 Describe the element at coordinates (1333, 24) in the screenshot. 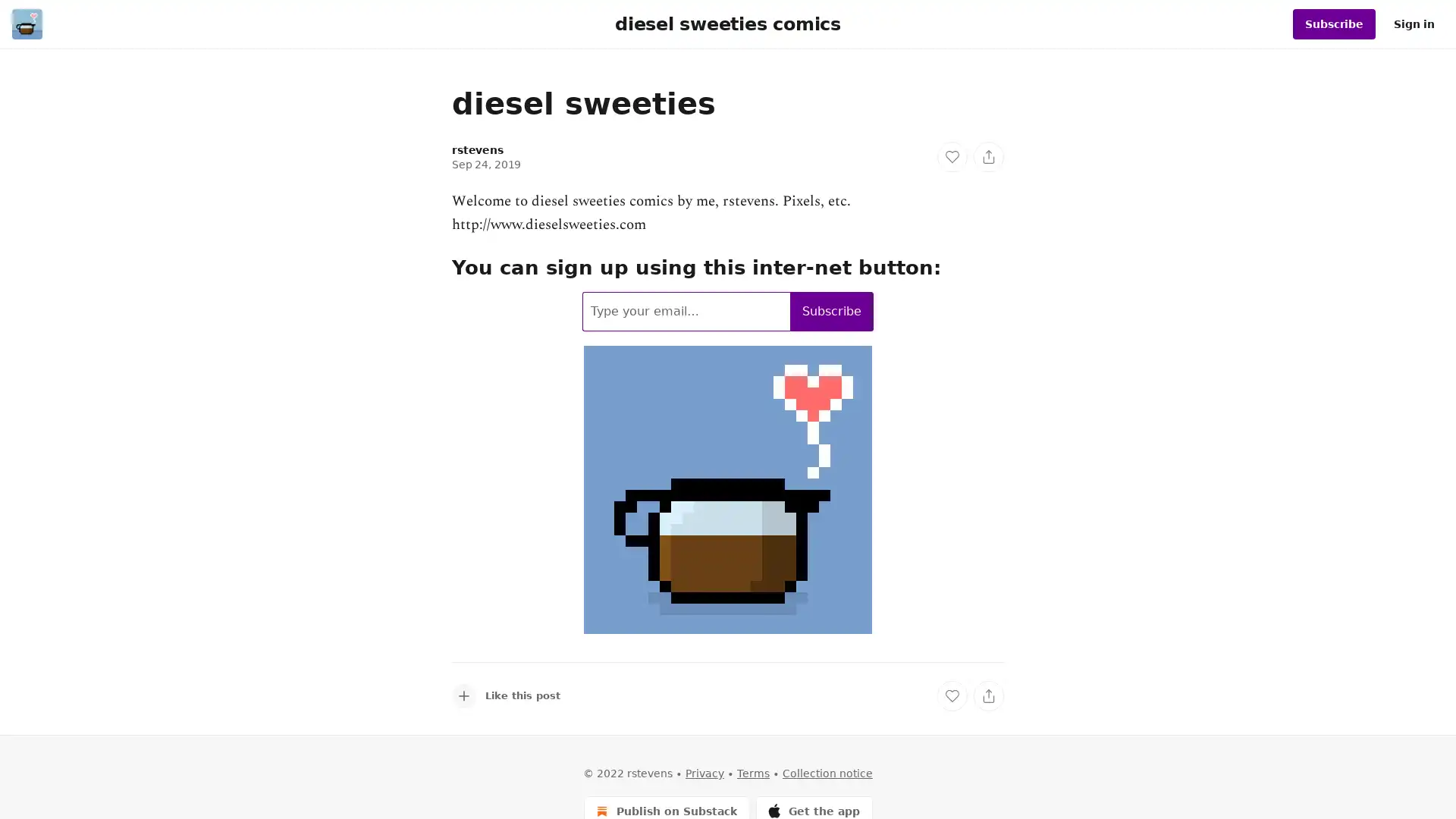

I see `Subscribe` at that location.